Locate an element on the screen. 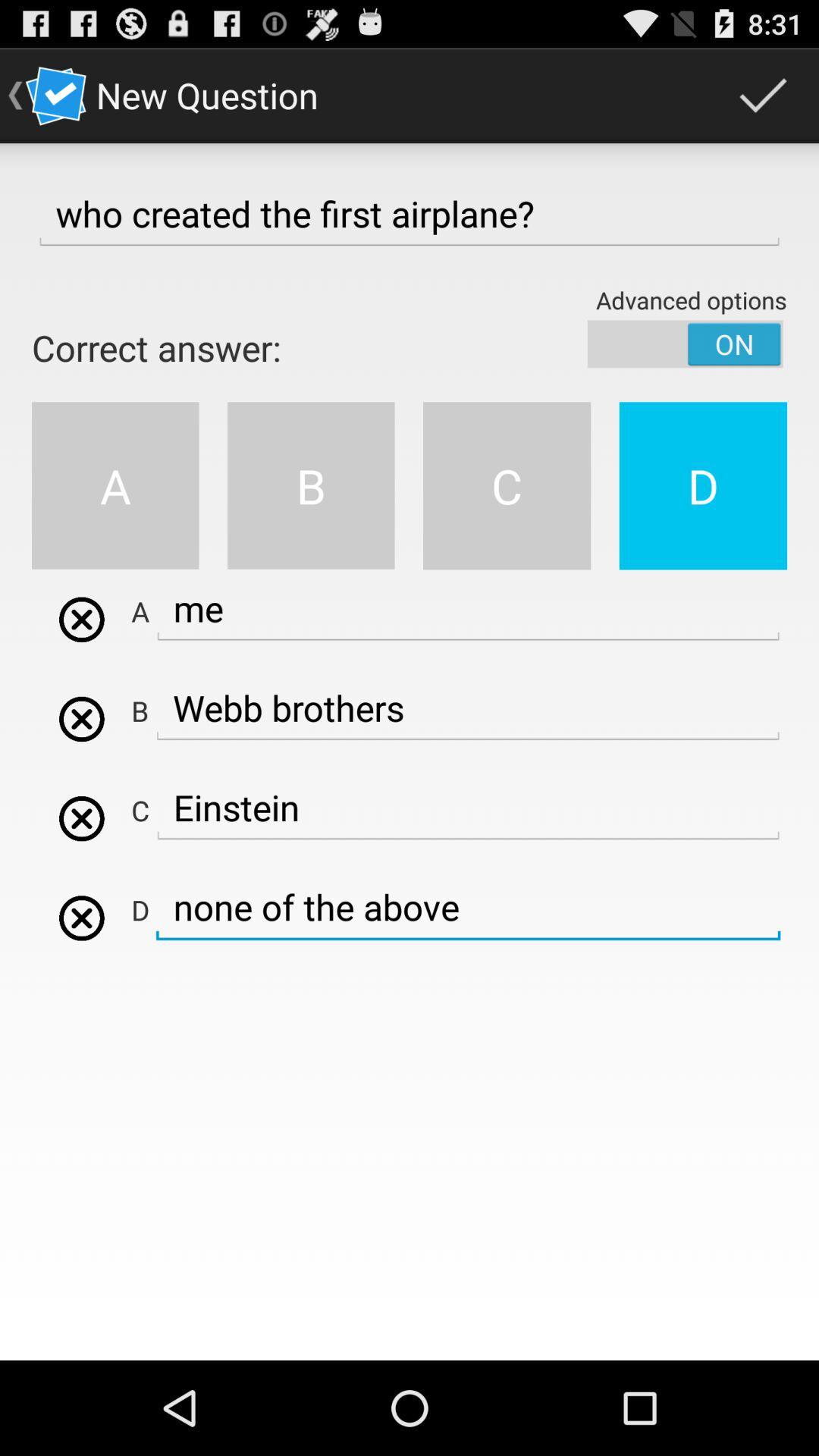 The image size is (819, 1456). answer option is located at coordinates (81, 620).